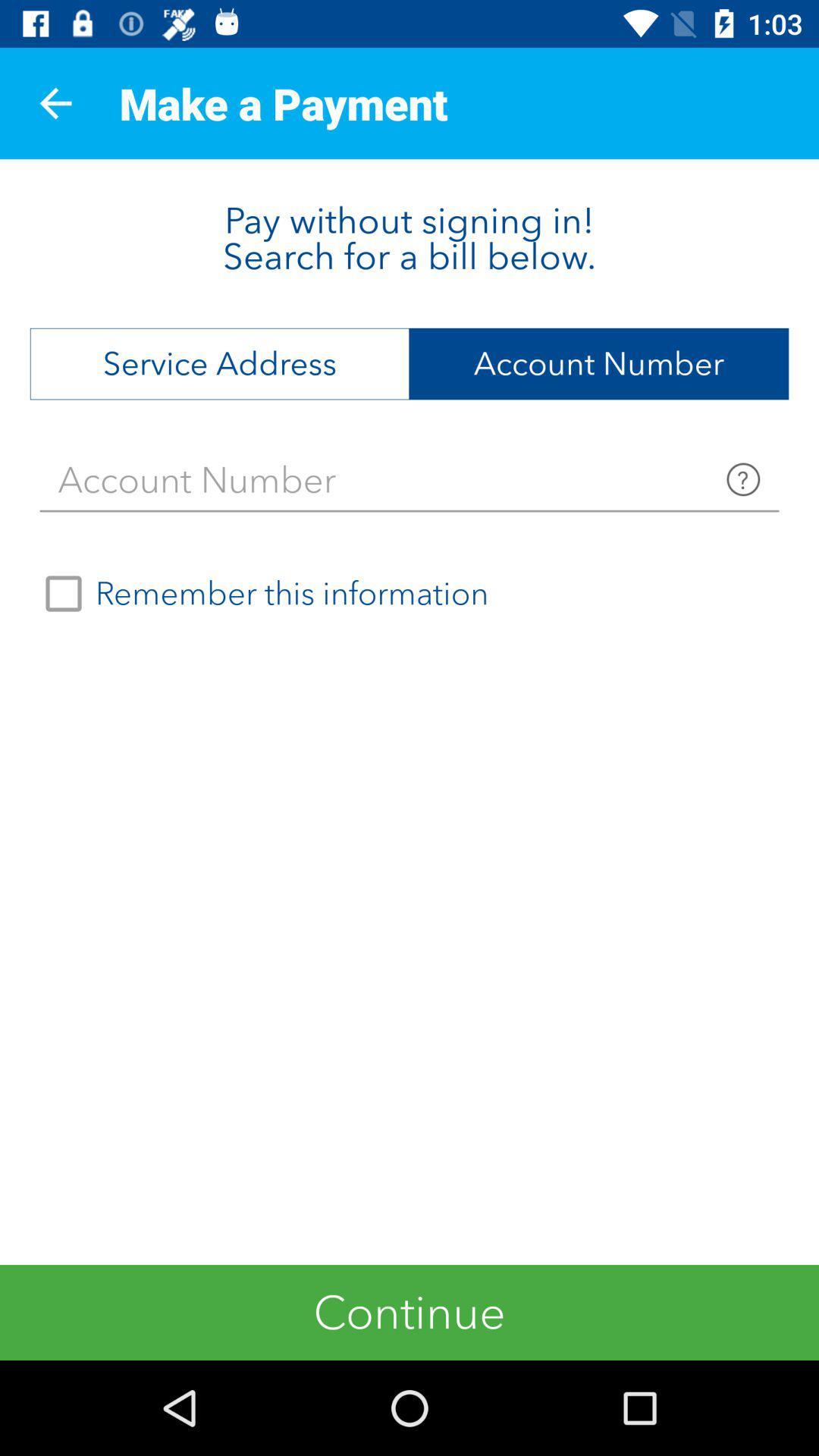  What do you see at coordinates (259, 592) in the screenshot?
I see `the remember this information on the left` at bounding box center [259, 592].